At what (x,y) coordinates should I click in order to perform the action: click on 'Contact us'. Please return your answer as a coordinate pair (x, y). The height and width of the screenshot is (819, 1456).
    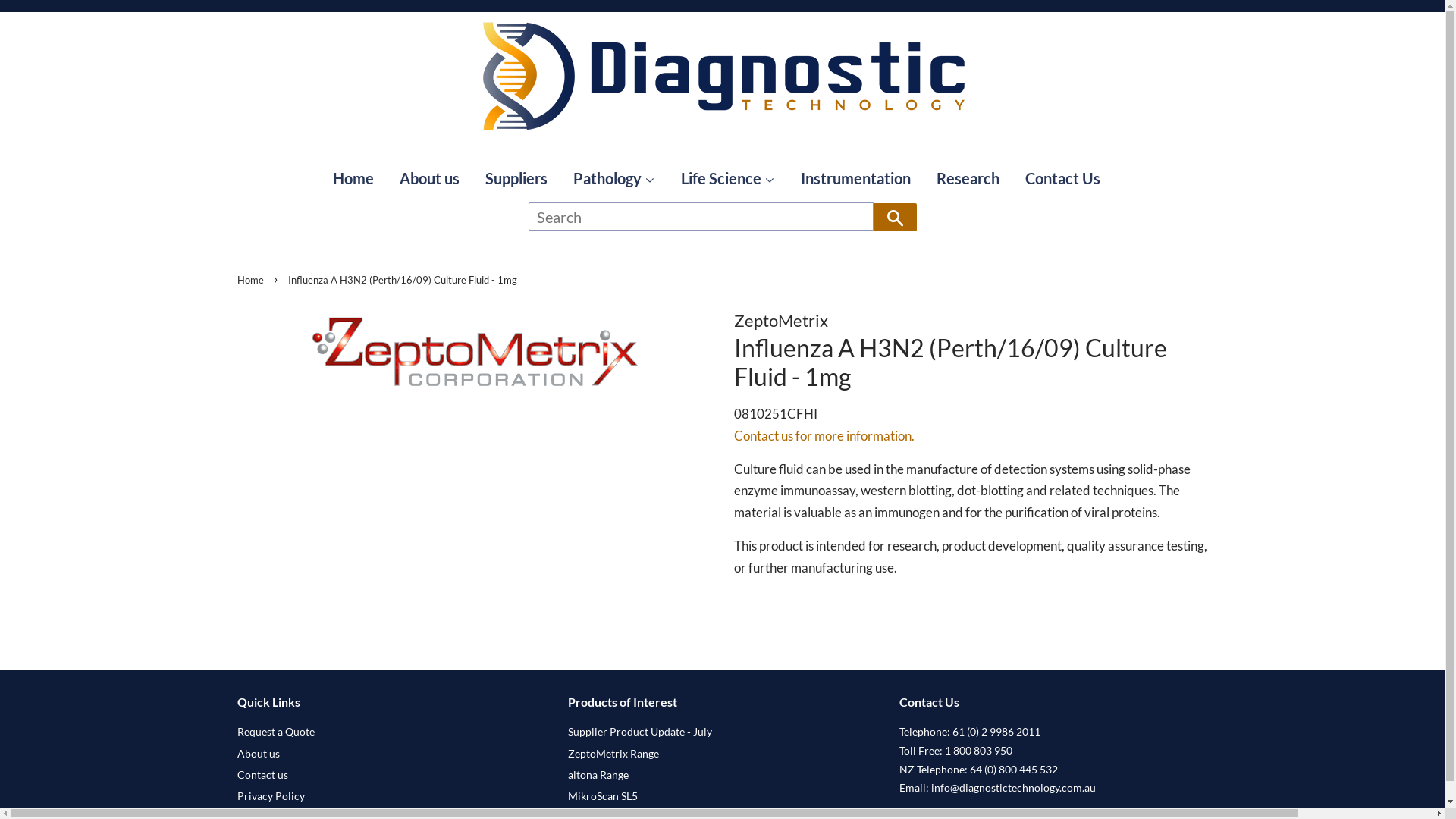
    Looking at the image, I should click on (262, 774).